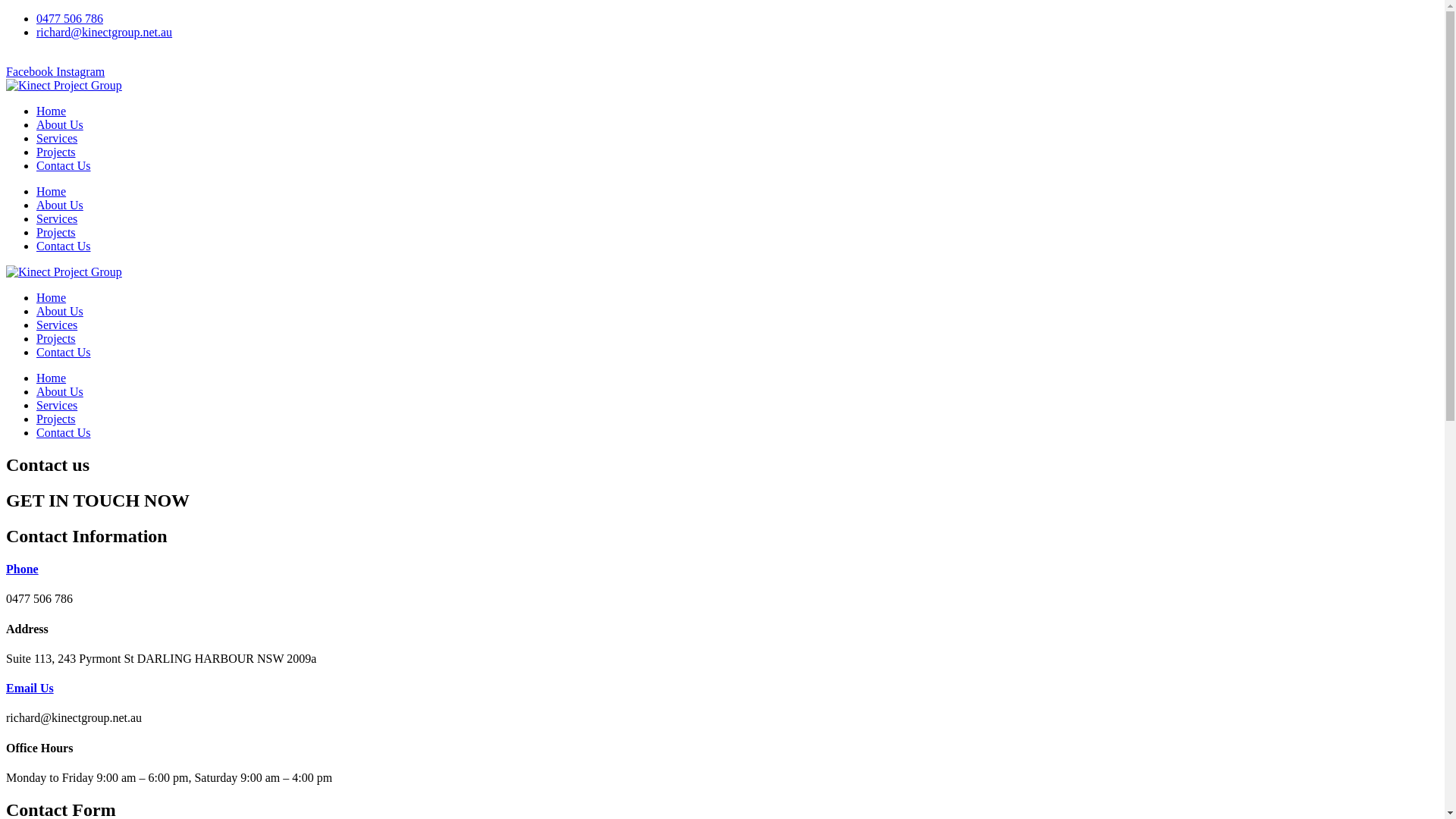 The image size is (1456, 819). What do you see at coordinates (36, 218) in the screenshot?
I see `'Services'` at bounding box center [36, 218].